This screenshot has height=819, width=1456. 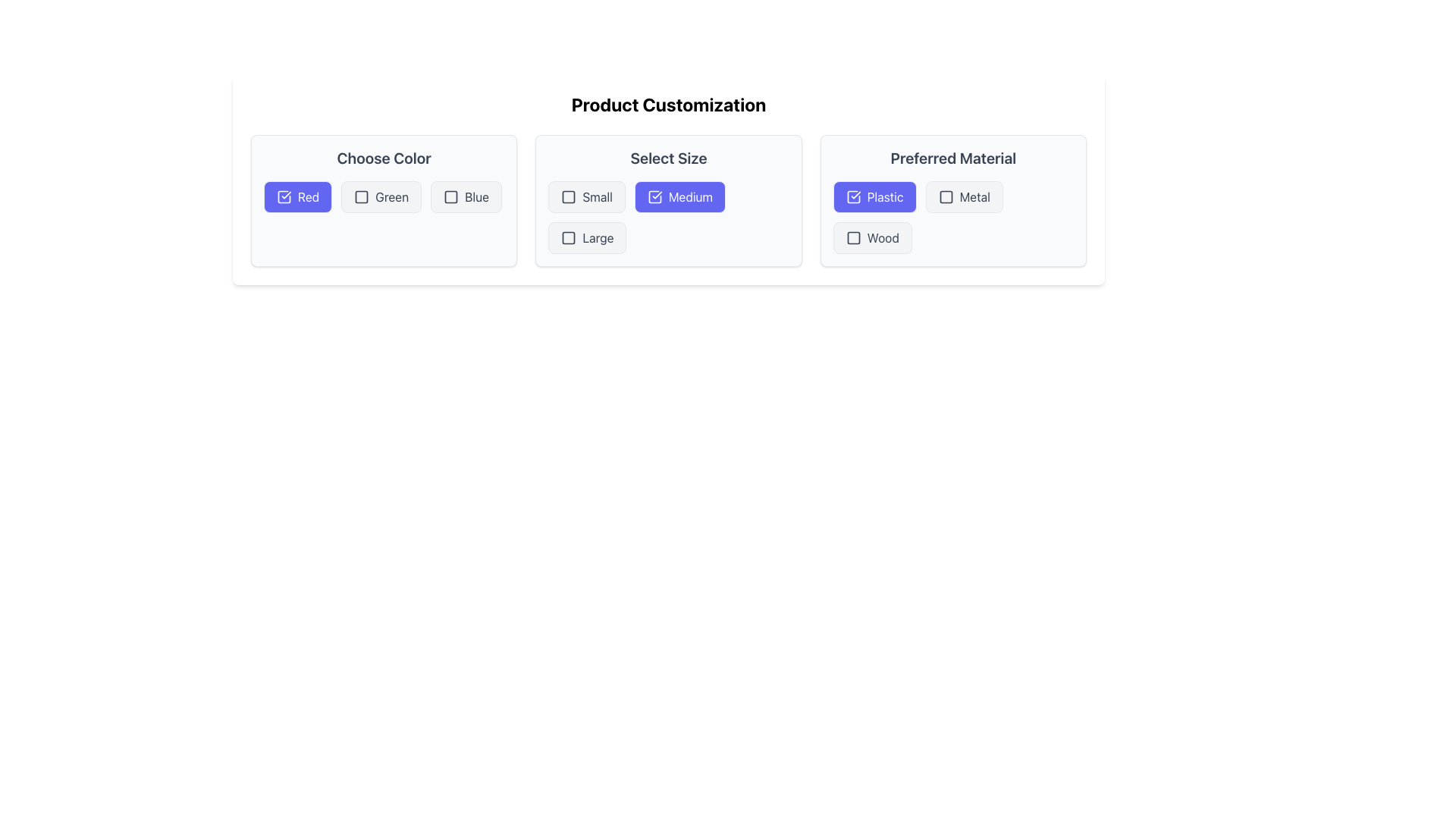 I want to click on the text label that describes the checkbox option in the 'Preferred Material' section, located to the right of the checkbox in the second column, so click(x=974, y=196).